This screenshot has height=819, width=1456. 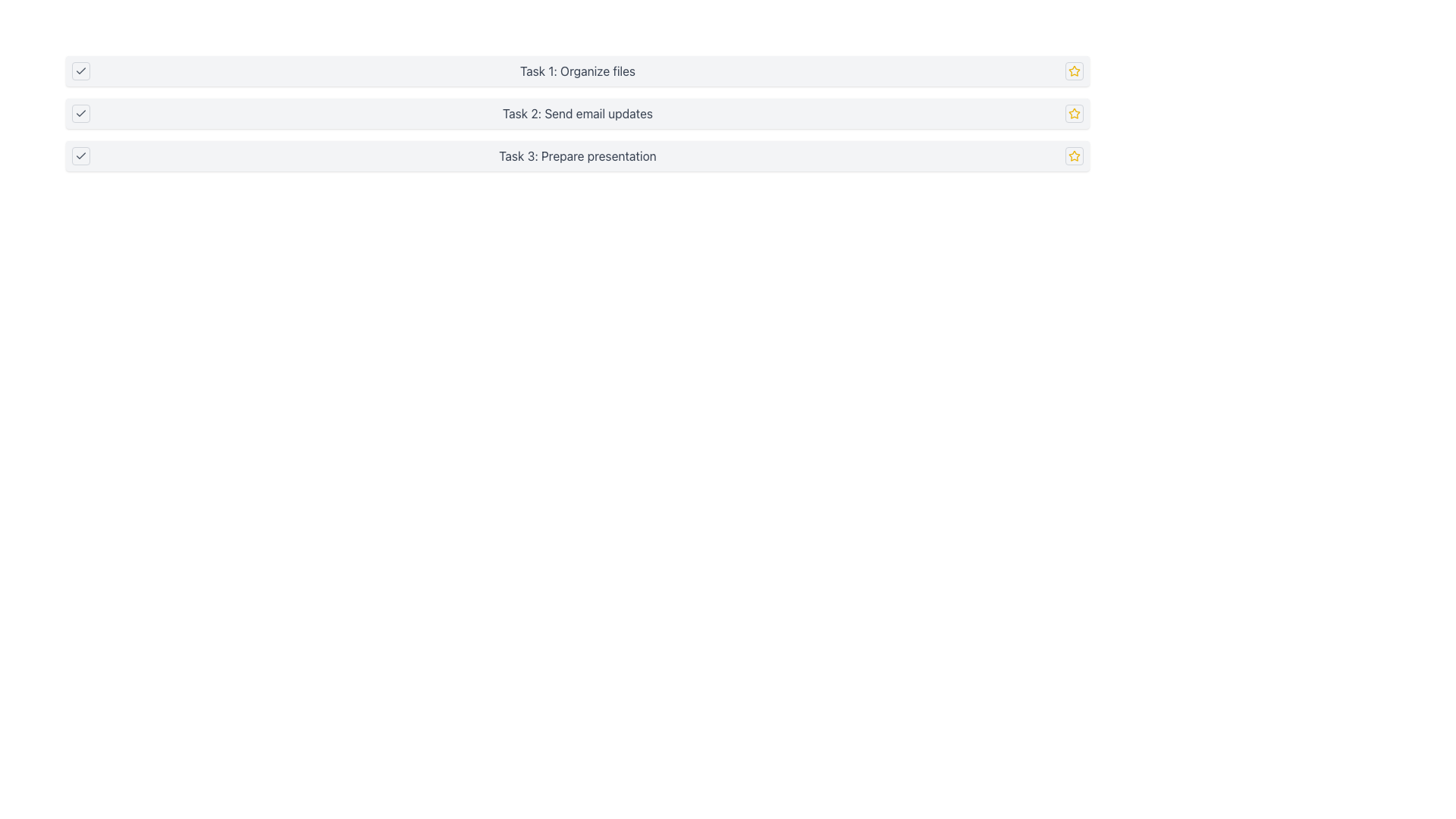 What do you see at coordinates (577, 113) in the screenshot?
I see `the text element displaying 'Task 2: Send email updates', which is styled in gray and positioned between a checkbox and a star icon in a light gray background layout` at bounding box center [577, 113].